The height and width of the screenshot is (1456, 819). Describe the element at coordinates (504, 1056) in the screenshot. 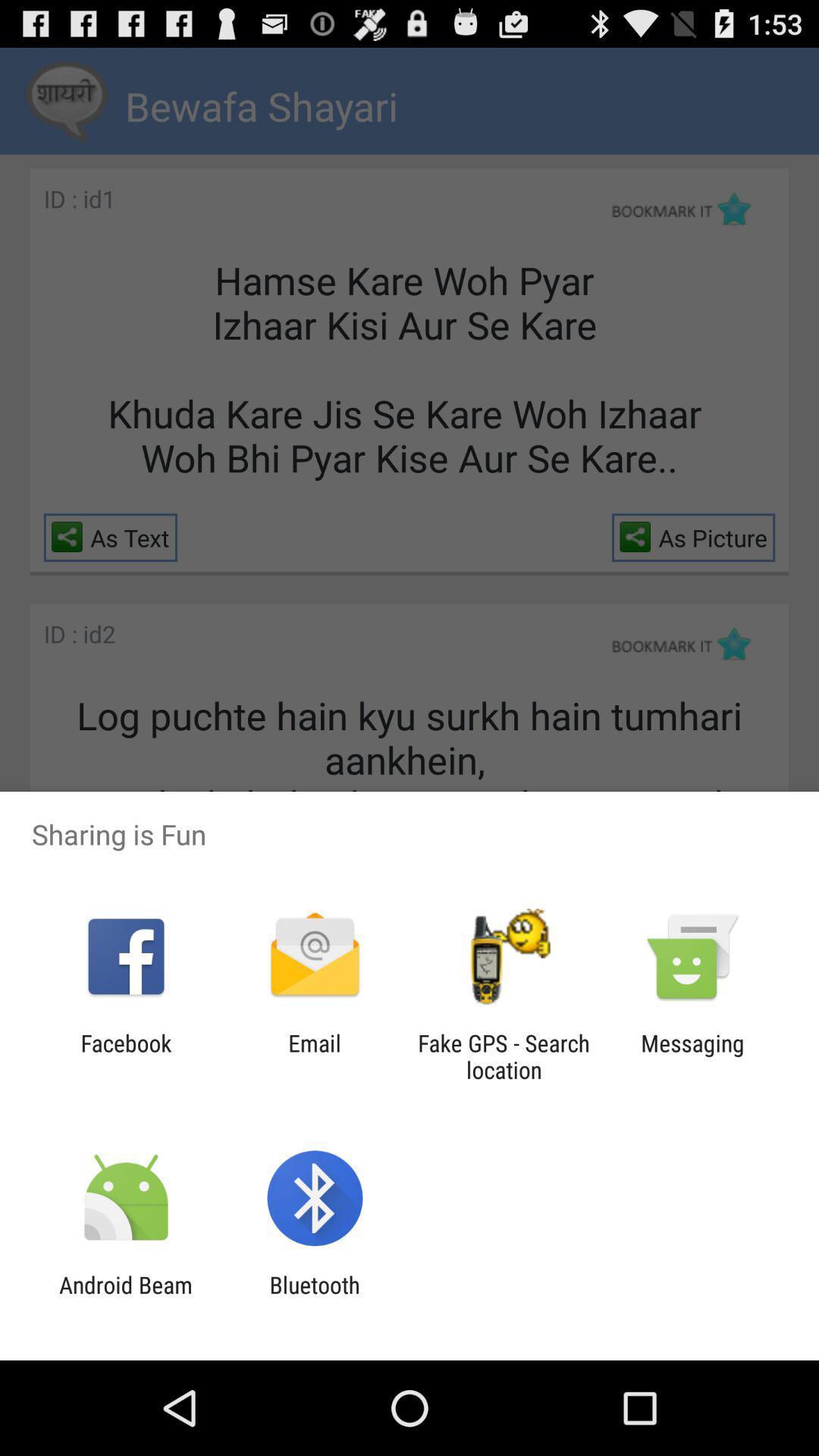

I see `fake gps search app` at that location.